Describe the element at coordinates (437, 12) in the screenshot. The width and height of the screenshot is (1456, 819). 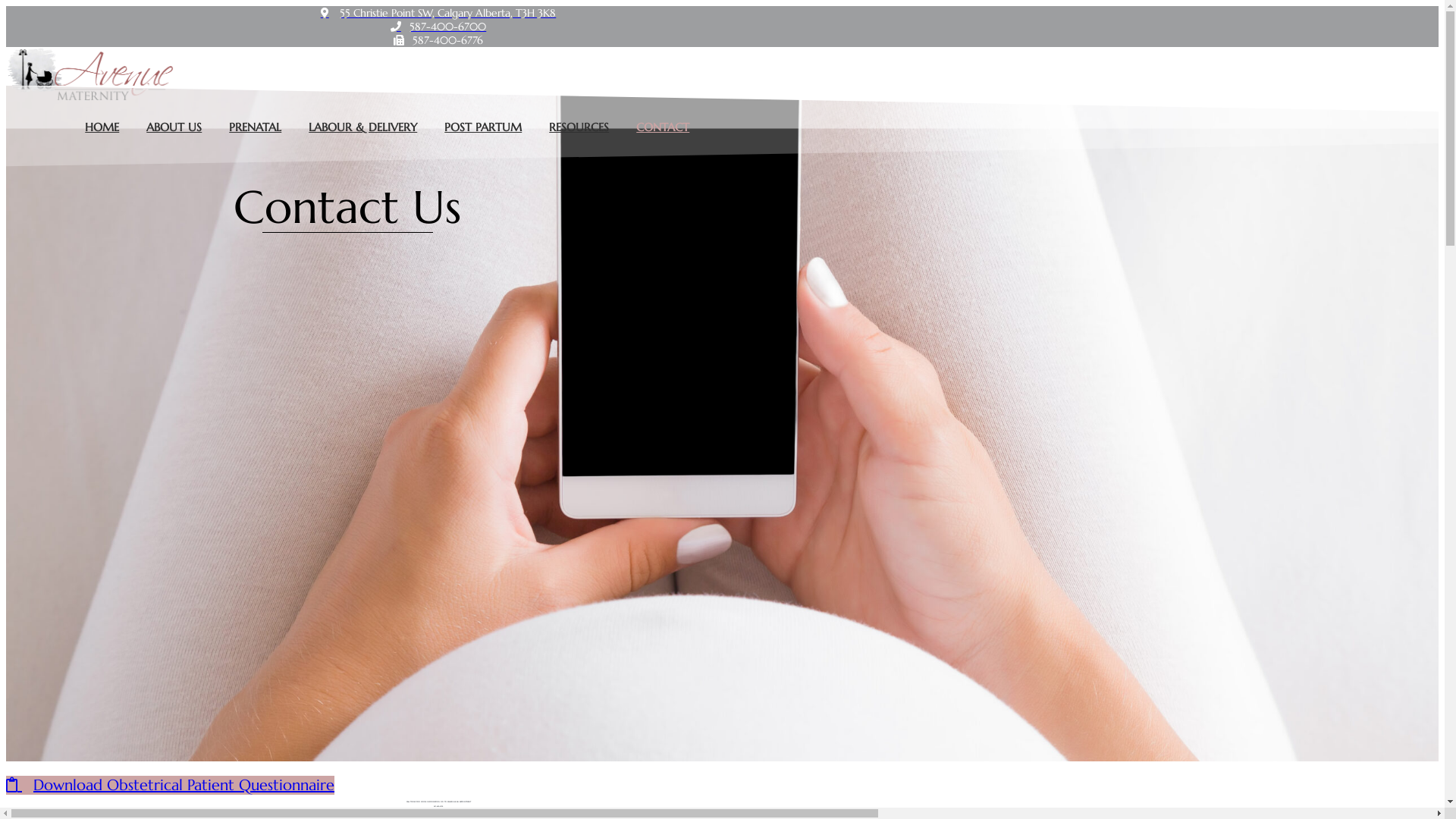
I see `'55 Christie Point SW, Calgary Alberta, T3H 3K8'` at that location.